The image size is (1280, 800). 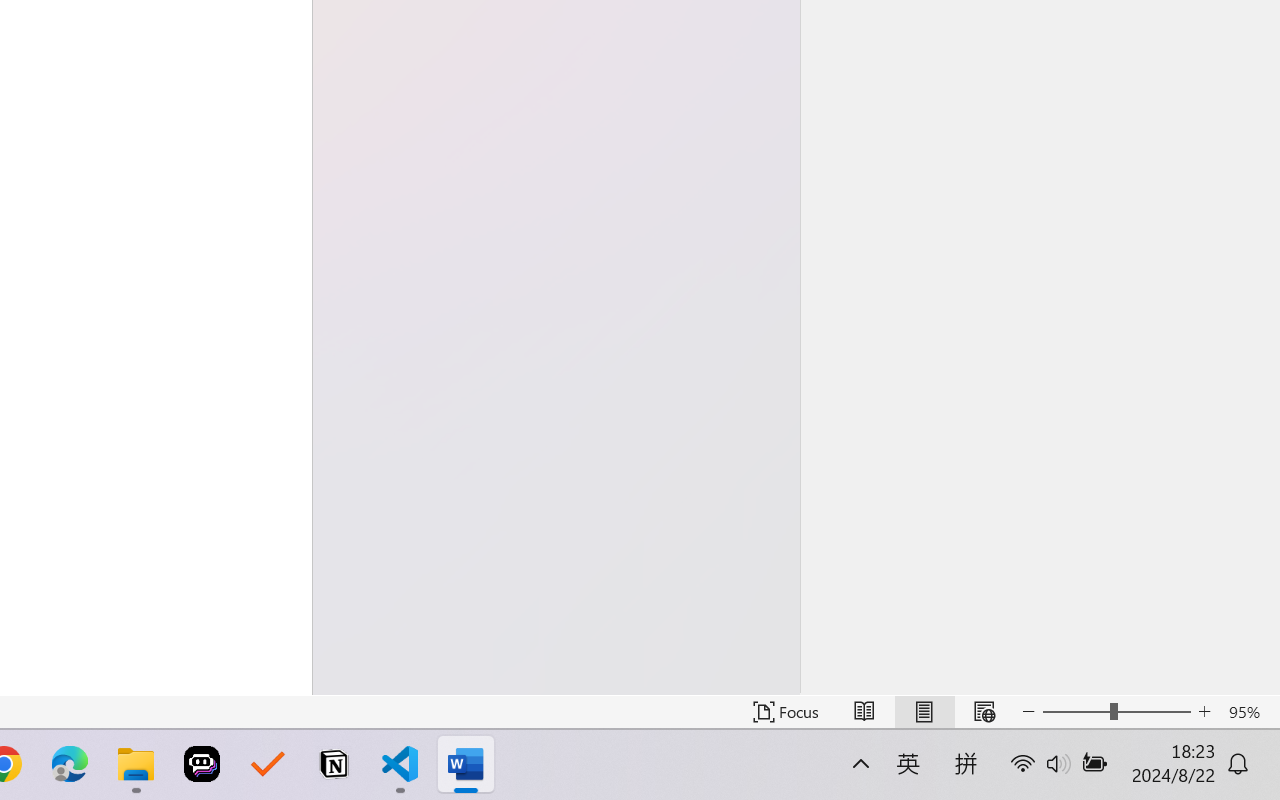 I want to click on 'Zoom 95%', so click(x=1248, y=711).